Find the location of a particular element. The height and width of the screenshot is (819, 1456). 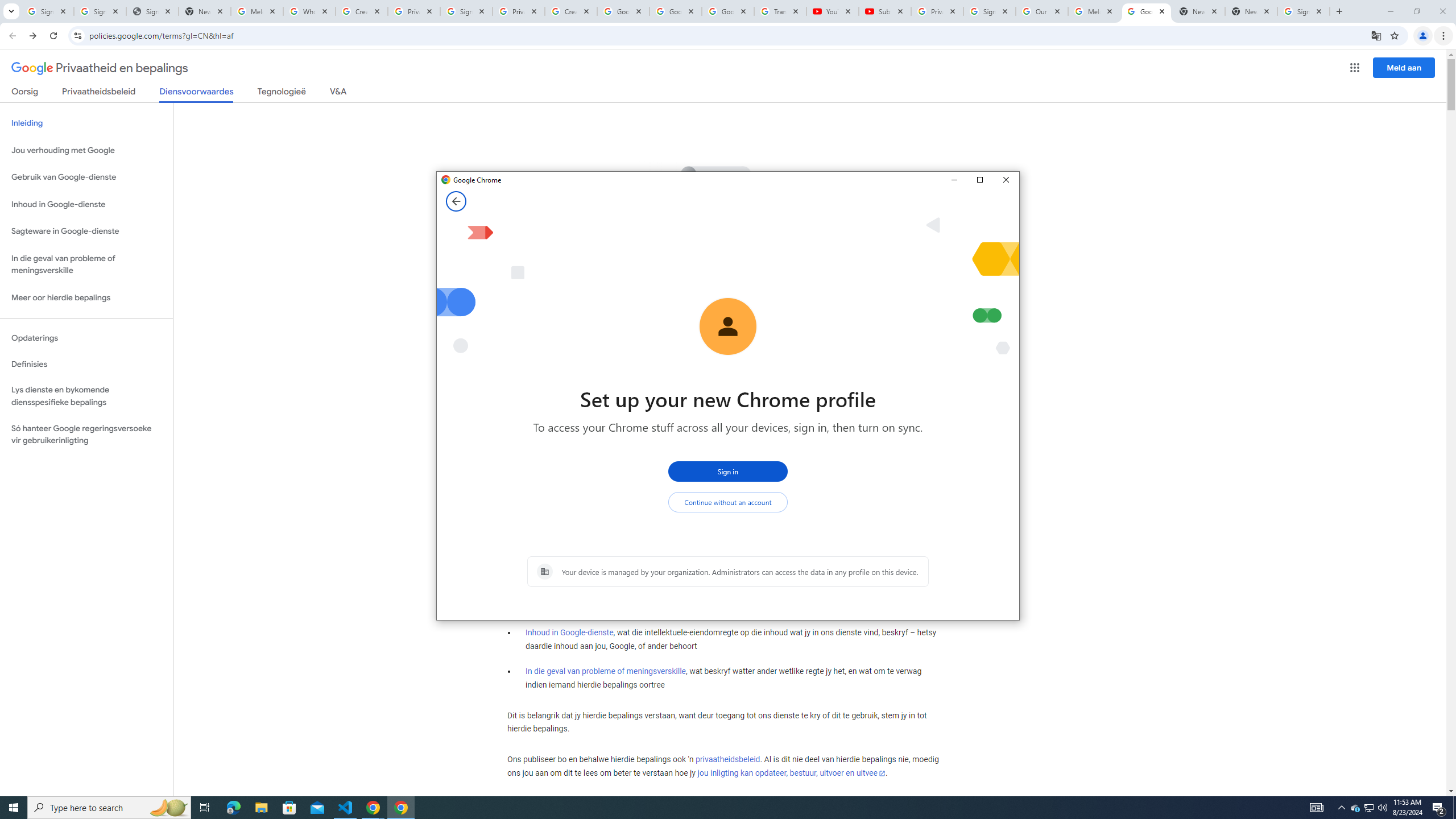

'Opdaterings' is located at coordinates (86, 337).